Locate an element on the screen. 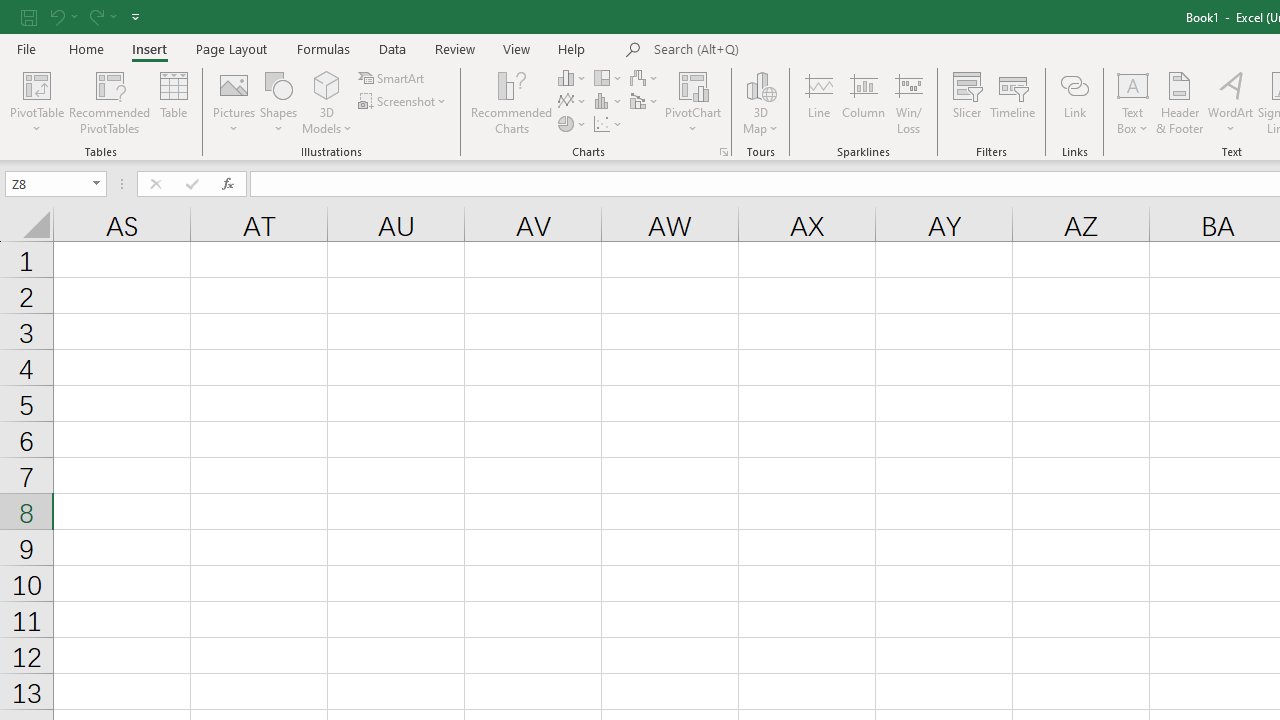 Image resolution: width=1280 pixels, height=720 pixels. 'View' is located at coordinates (517, 48).